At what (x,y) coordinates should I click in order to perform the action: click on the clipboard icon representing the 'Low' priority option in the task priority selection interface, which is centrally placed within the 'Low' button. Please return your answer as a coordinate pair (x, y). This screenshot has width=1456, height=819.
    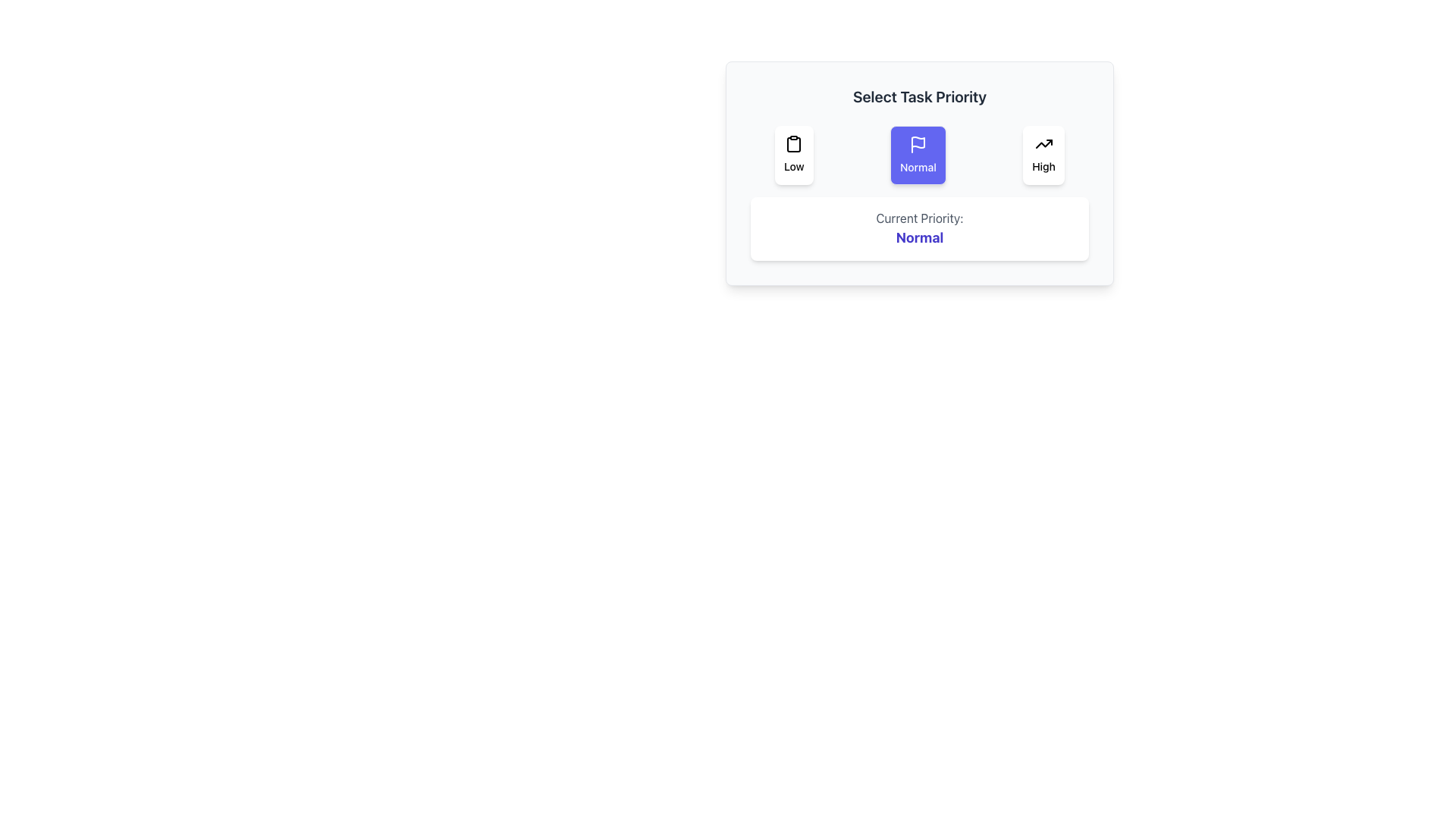
    Looking at the image, I should click on (793, 143).